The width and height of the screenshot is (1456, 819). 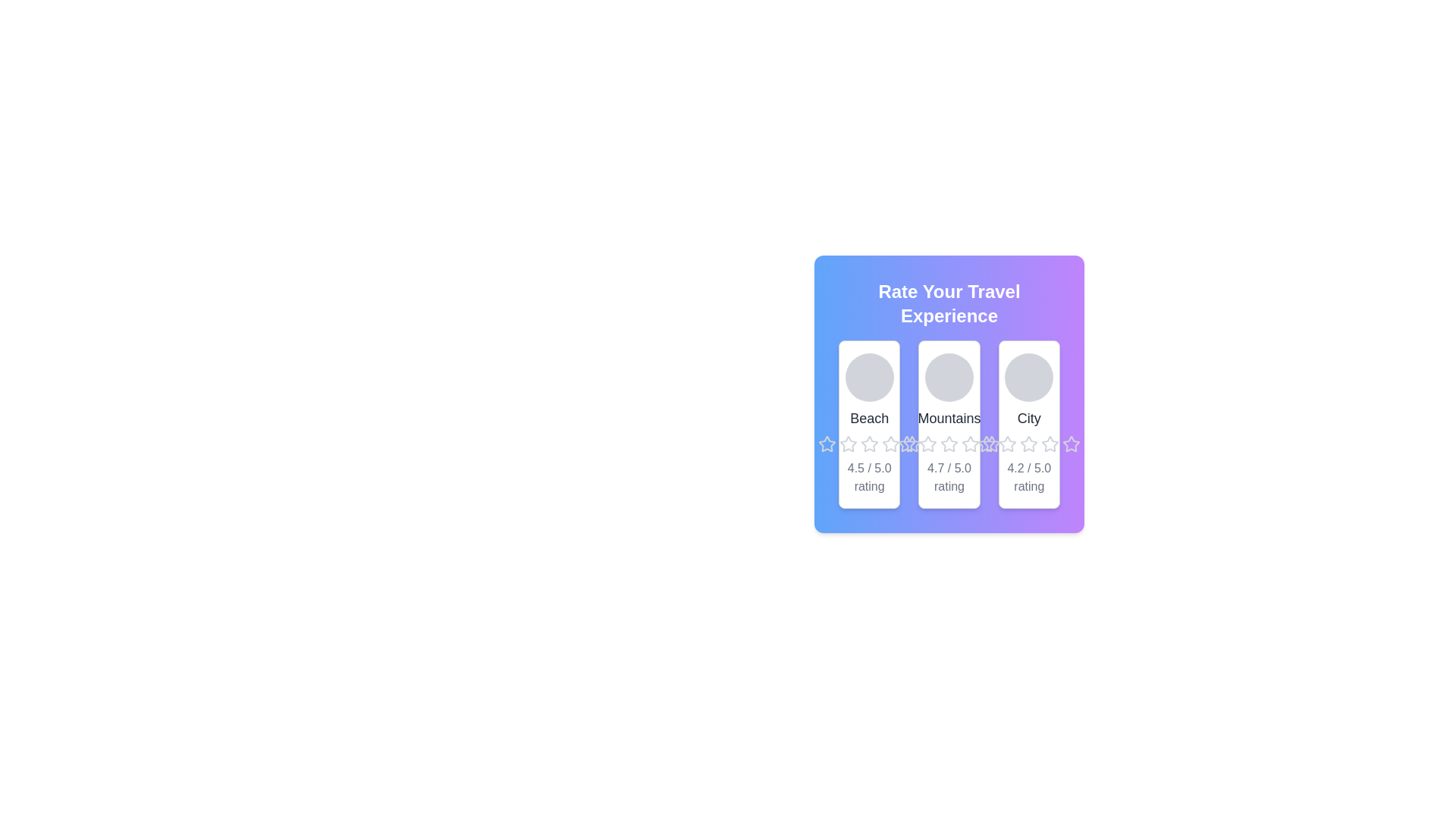 What do you see at coordinates (1050, 444) in the screenshot?
I see `the fifth star icon in the 'Rate Your Travel Experience' interface, located under the 'City' column` at bounding box center [1050, 444].